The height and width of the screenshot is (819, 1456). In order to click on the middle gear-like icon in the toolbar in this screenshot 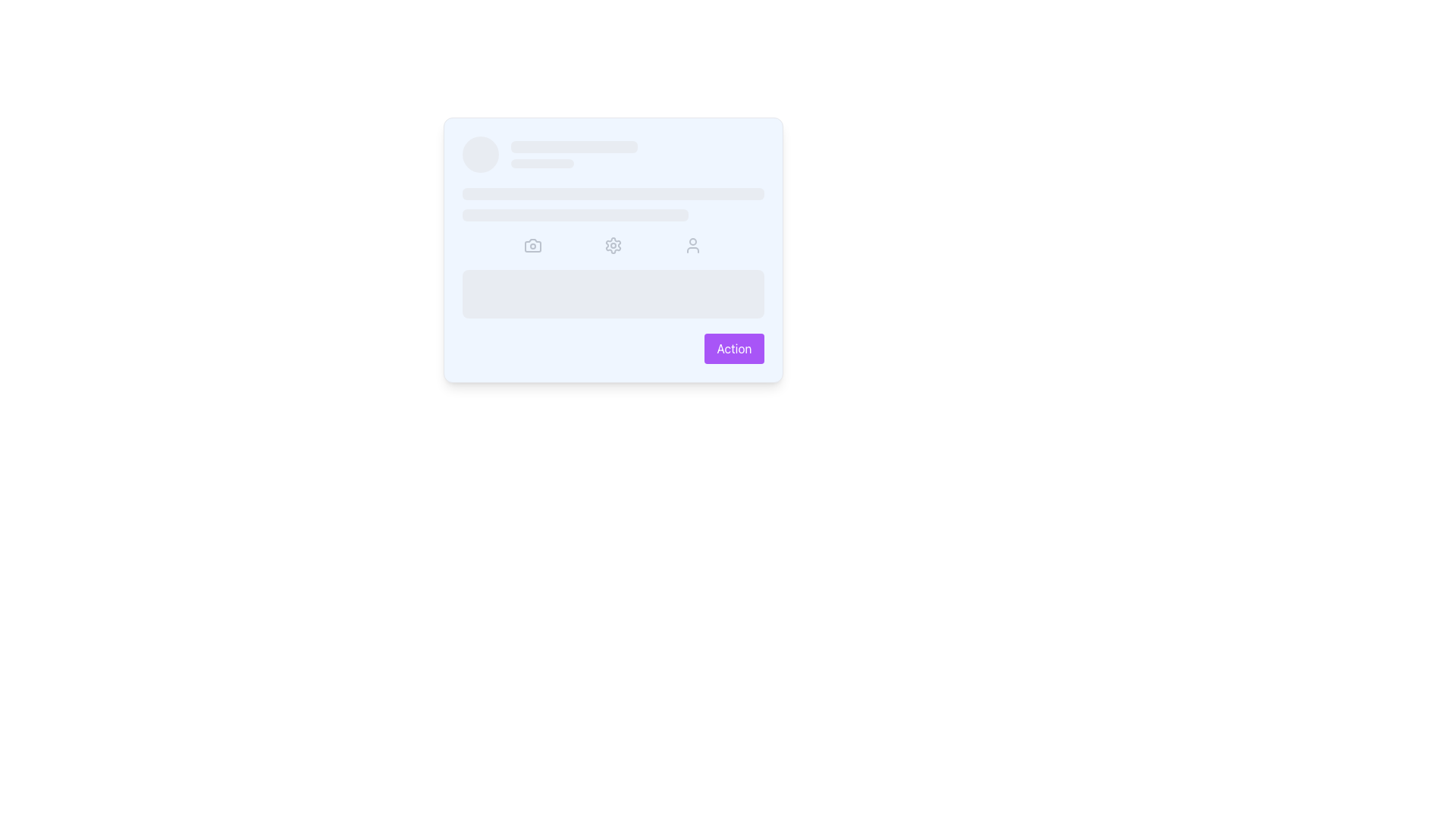, I will do `click(613, 245)`.